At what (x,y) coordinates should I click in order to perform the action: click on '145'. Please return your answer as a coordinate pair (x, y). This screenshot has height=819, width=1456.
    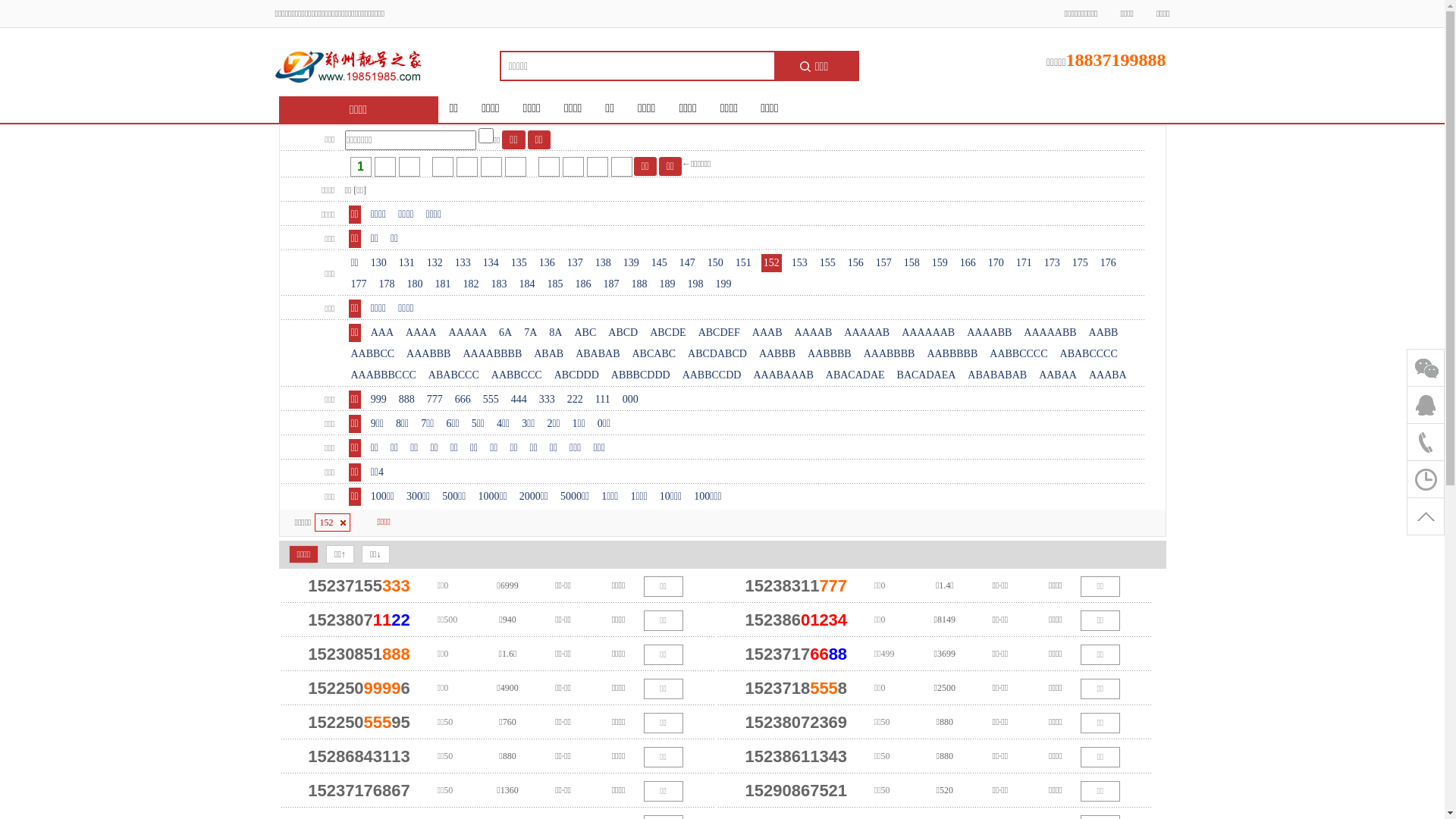
    Looking at the image, I should click on (659, 262).